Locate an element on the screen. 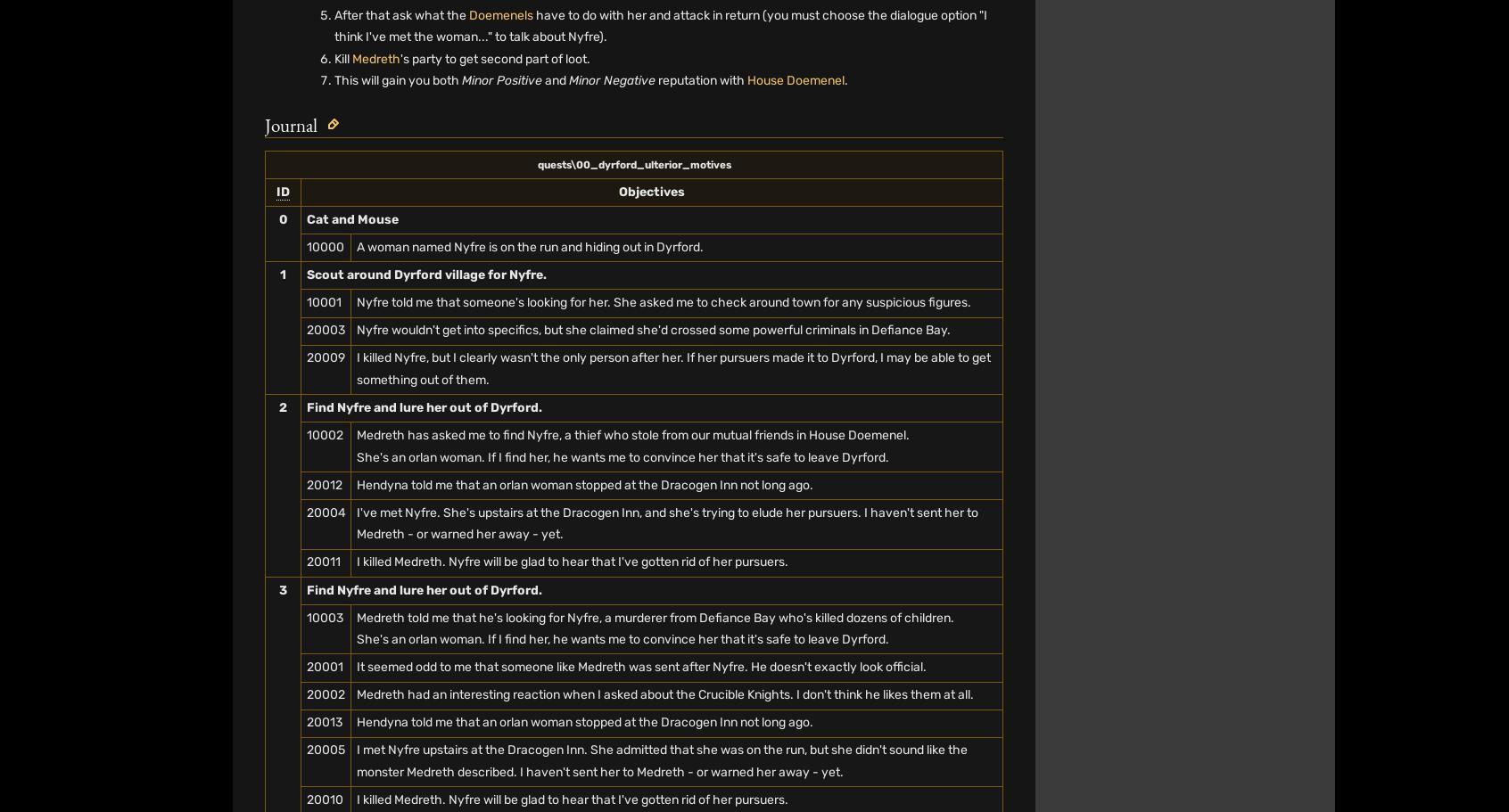 This screenshot has height=812, width=1509. 'Do Not Sell or Share My Personal Information' is located at coordinates (885, 40).